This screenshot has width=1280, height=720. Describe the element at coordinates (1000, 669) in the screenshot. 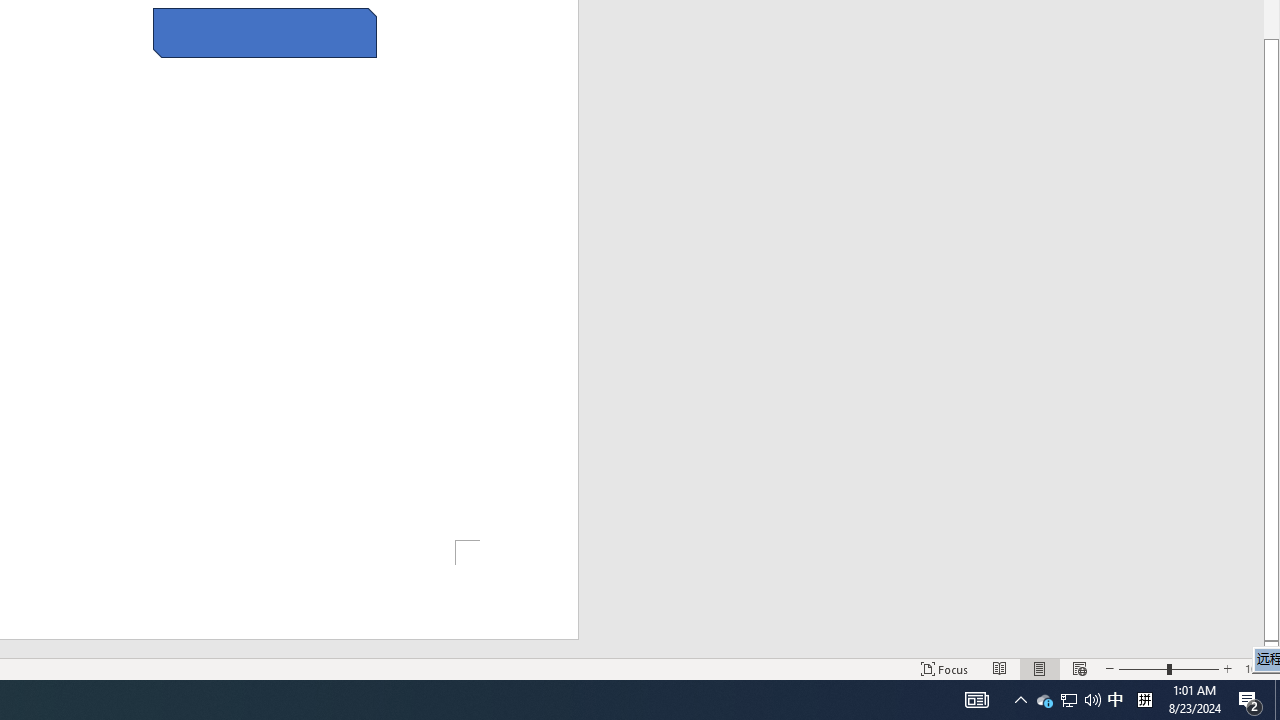

I see `'Read Mode'` at that location.